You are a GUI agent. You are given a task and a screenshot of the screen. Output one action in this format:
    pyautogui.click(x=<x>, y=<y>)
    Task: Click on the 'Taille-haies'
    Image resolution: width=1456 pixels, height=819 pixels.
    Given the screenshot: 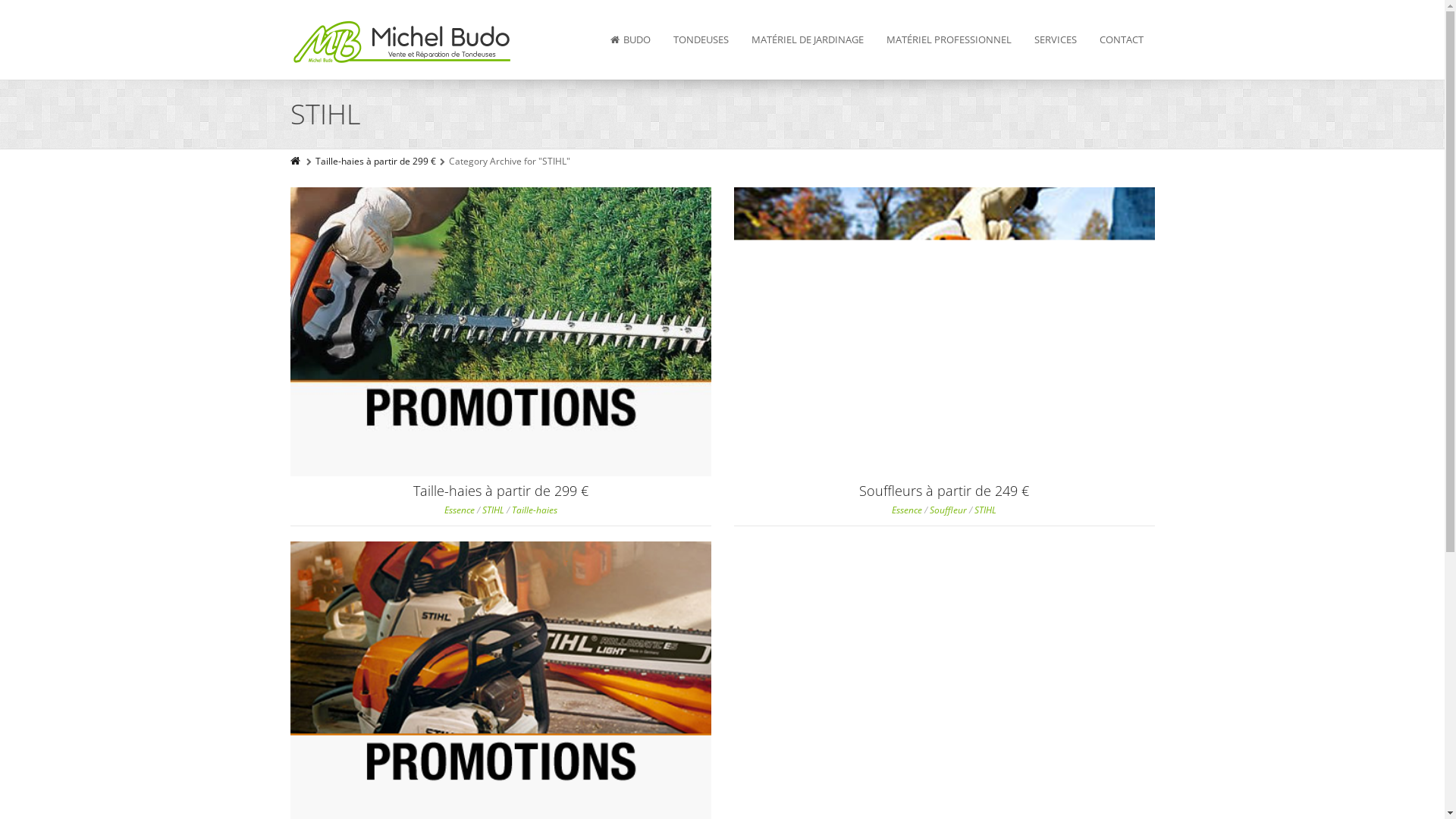 What is the action you would take?
    pyautogui.click(x=534, y=510)
    